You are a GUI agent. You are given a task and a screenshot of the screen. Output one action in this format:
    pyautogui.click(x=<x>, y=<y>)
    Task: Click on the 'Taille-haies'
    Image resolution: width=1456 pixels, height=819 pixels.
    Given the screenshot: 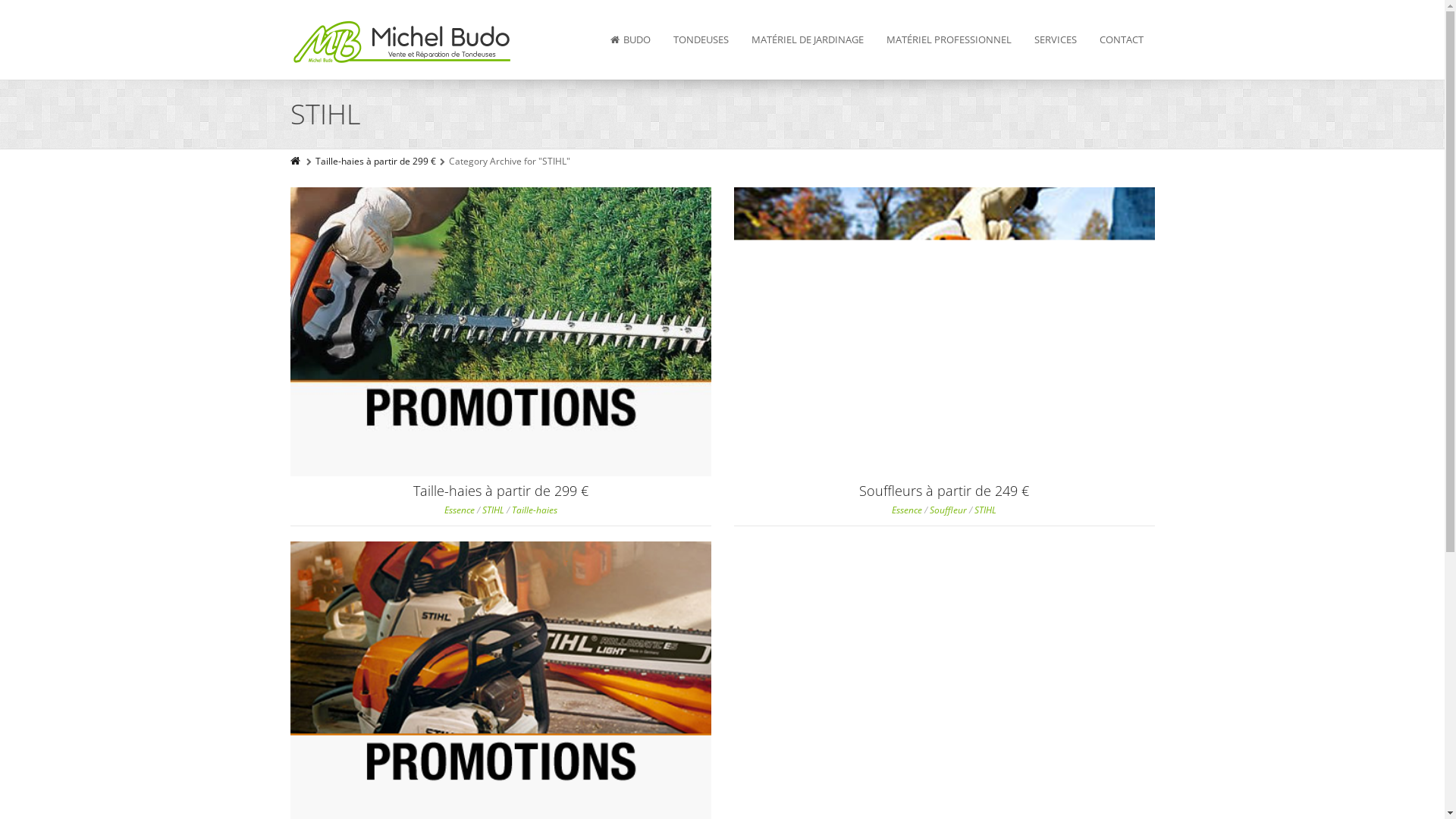 What is the action you would take?
    pyautogui.click(x=534, y=510)
    